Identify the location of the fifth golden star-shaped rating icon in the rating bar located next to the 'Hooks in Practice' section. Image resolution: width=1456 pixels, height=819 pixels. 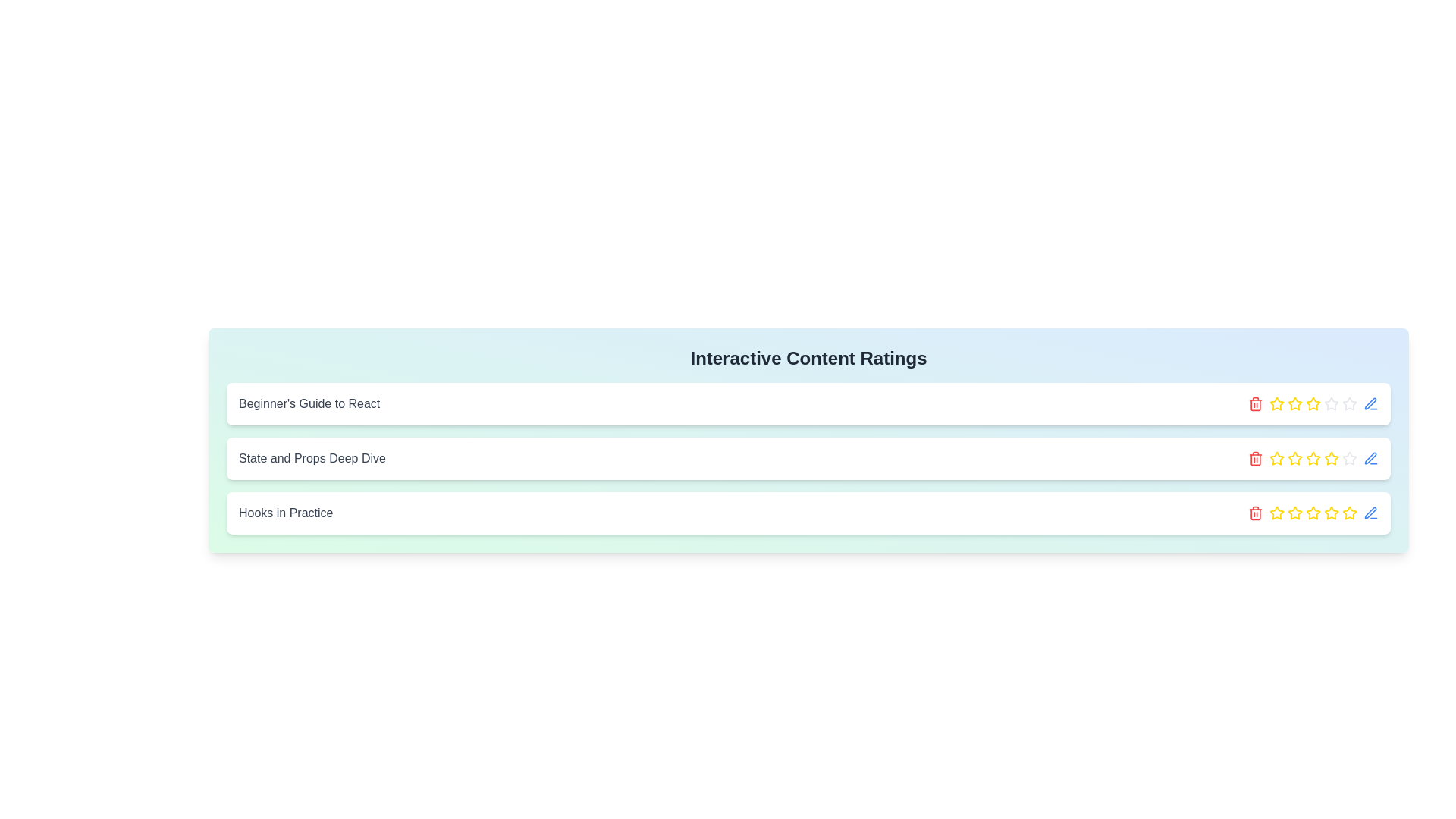
(1331, 513).